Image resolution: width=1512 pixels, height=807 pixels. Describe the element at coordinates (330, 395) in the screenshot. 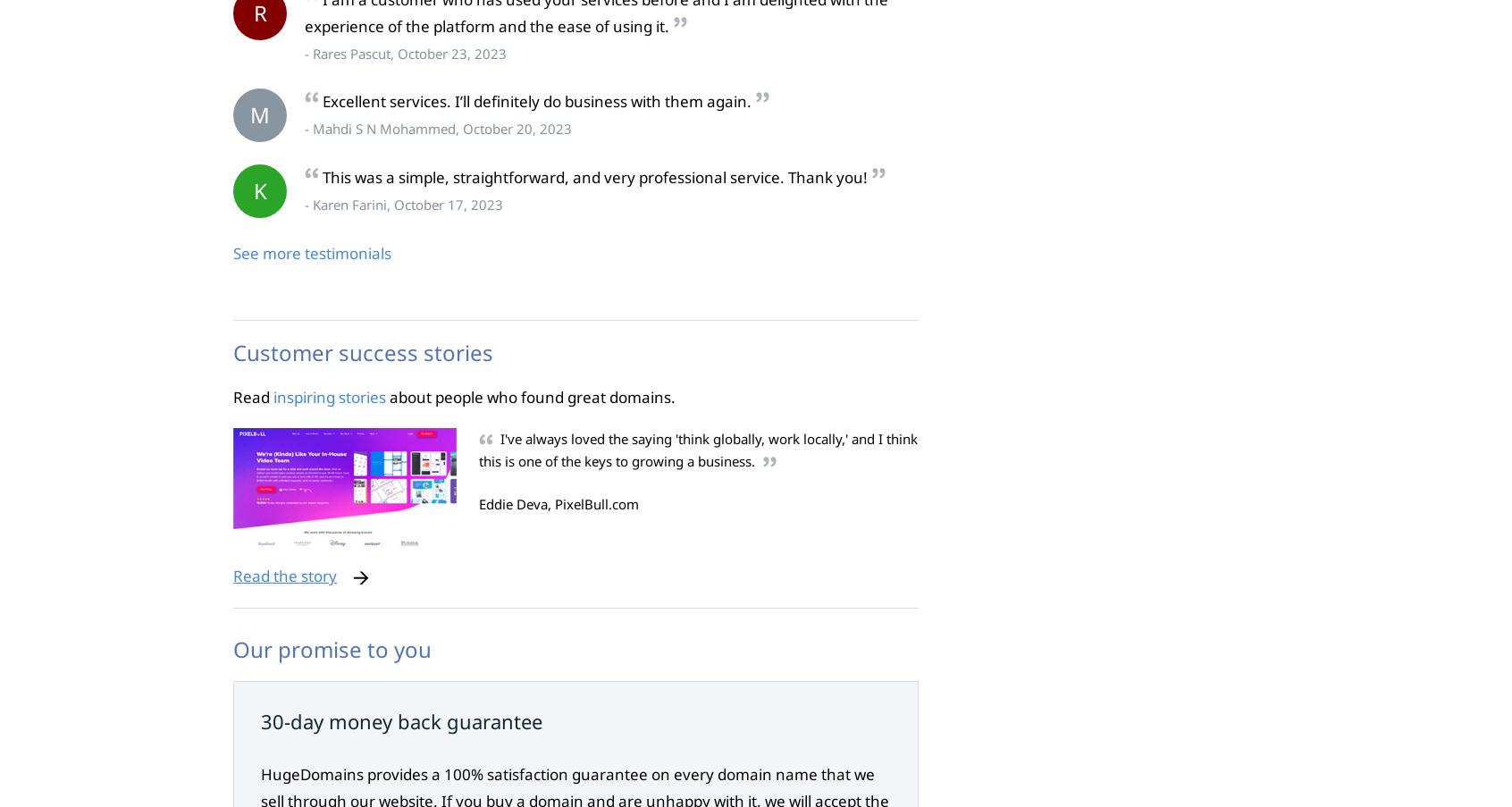

I see `'inspiring stories'` at that location.